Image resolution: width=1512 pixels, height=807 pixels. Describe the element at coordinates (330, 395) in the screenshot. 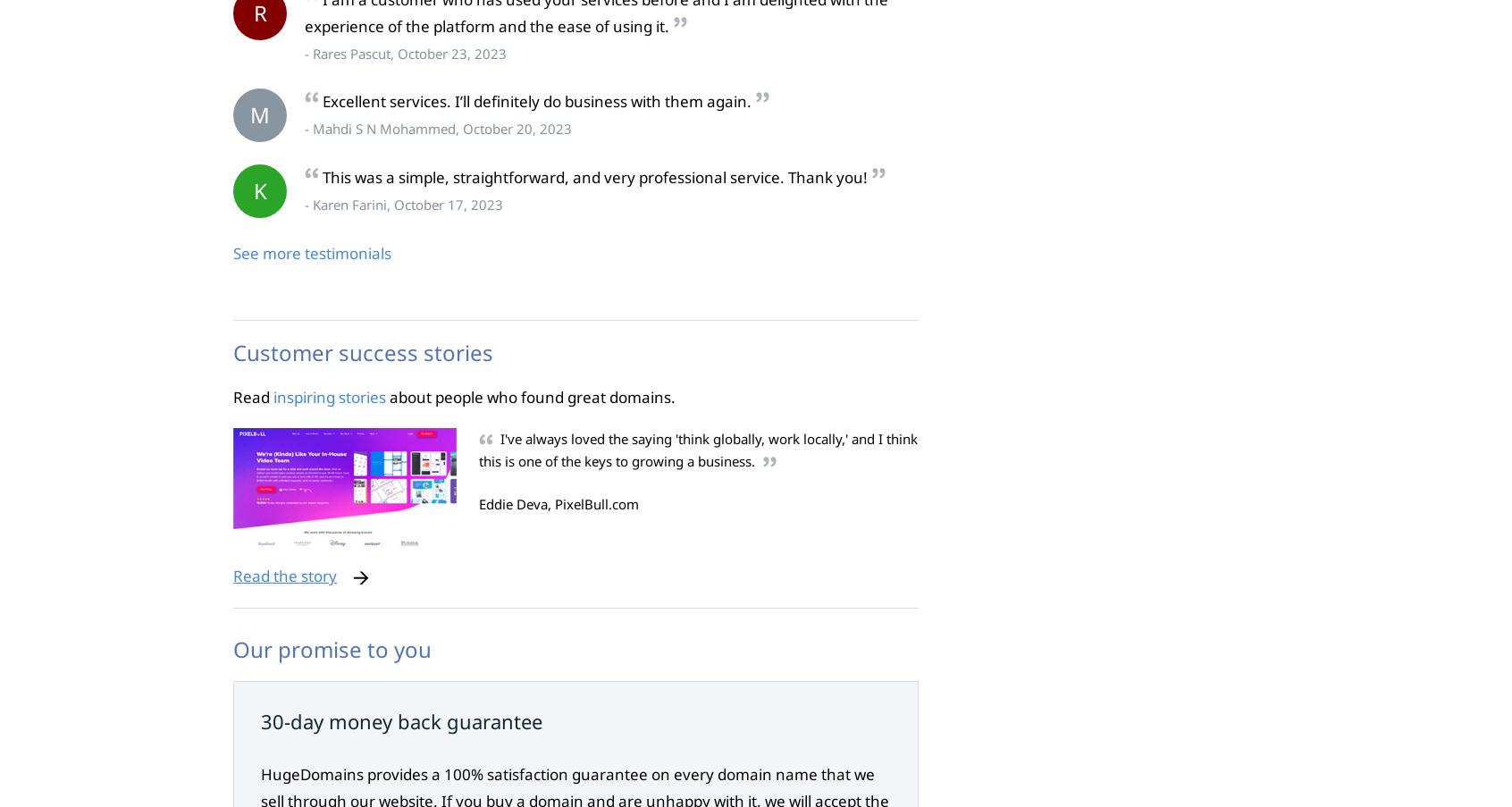

I see `'inspiring stories'` at that location.